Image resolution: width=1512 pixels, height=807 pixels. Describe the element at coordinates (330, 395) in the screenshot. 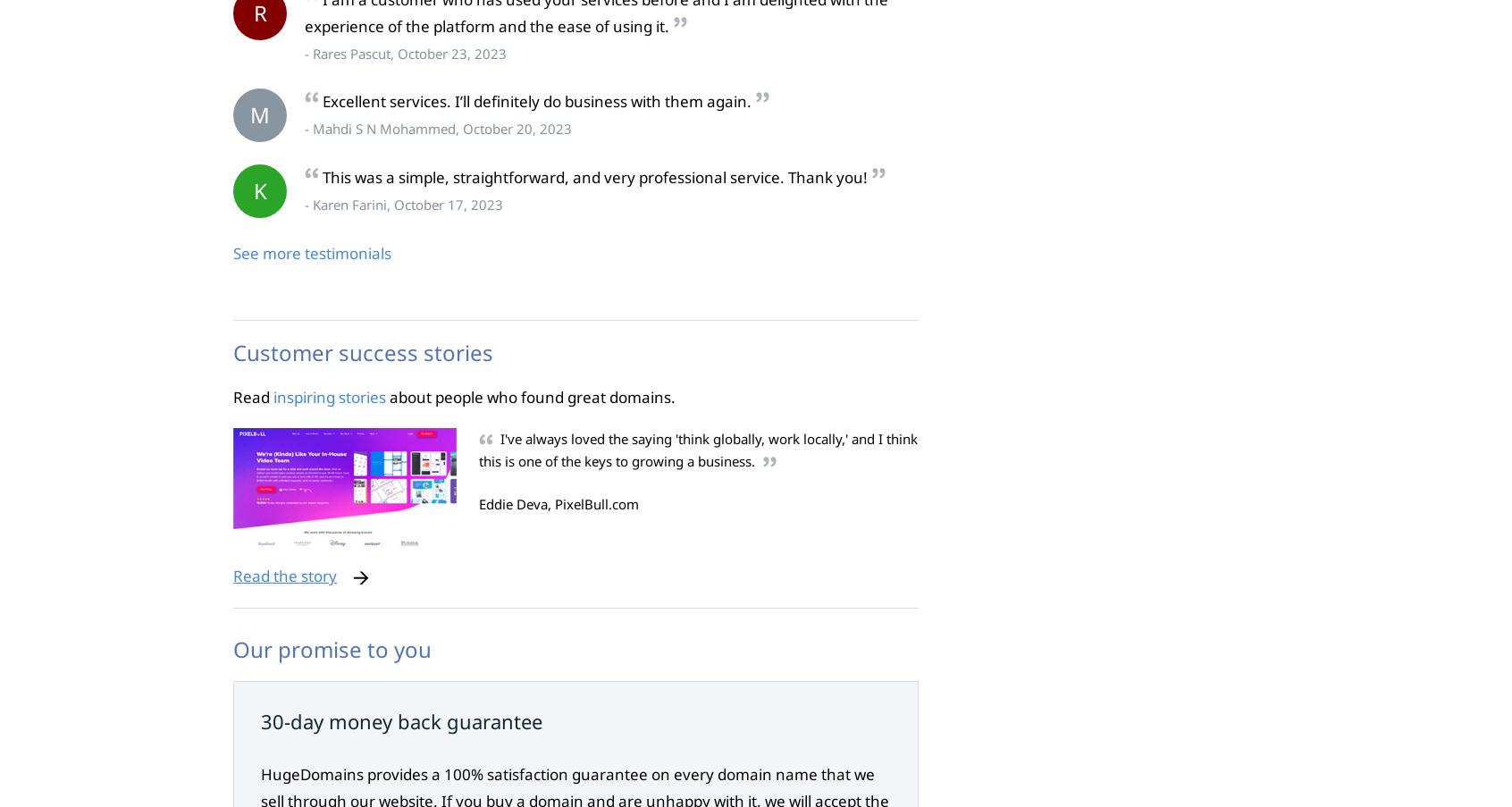

I see `'inspiring stories'` at that location.